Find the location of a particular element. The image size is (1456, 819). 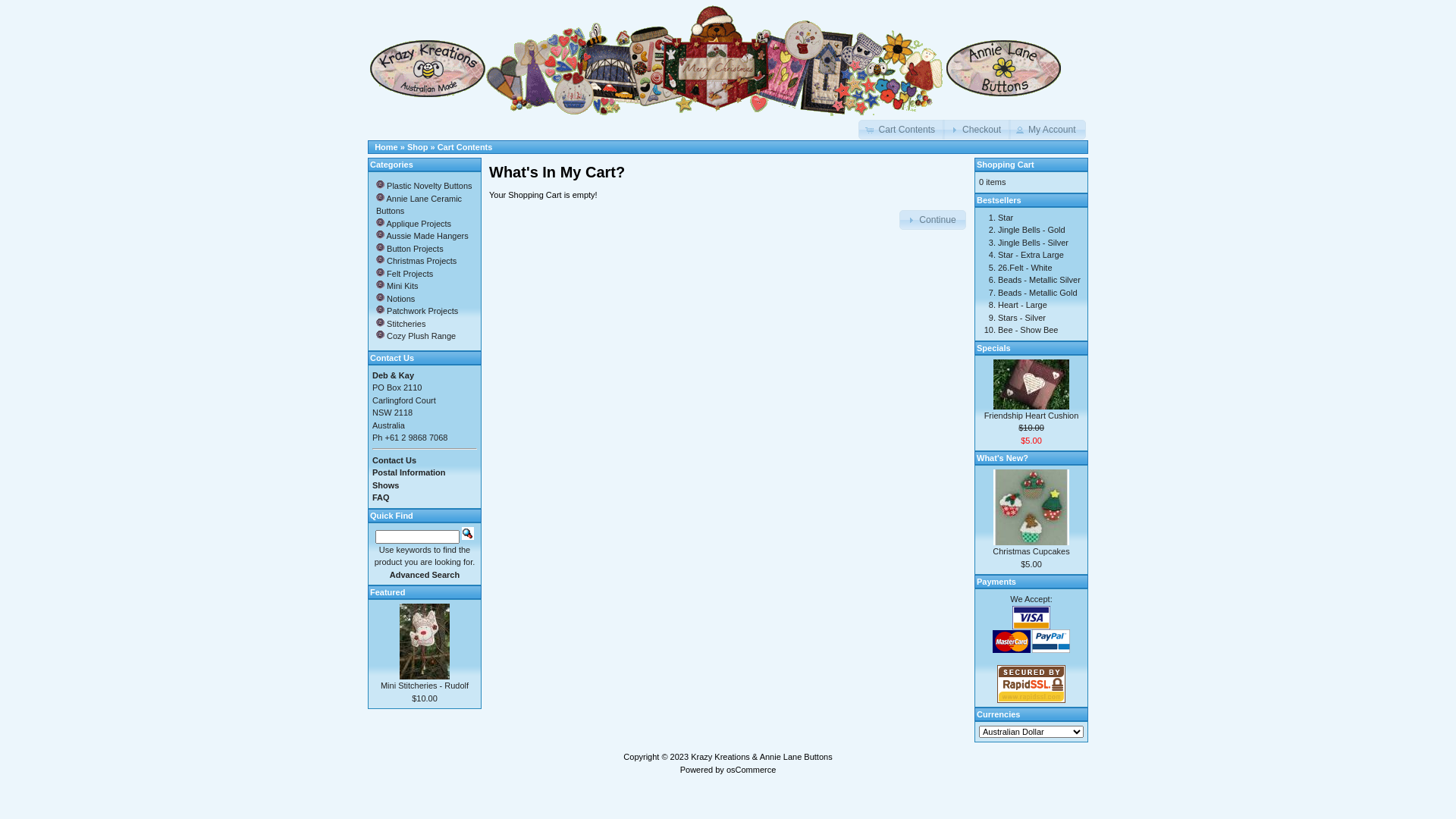

'Jingle Bells - Silver' is located at coordinates (1032, 242).